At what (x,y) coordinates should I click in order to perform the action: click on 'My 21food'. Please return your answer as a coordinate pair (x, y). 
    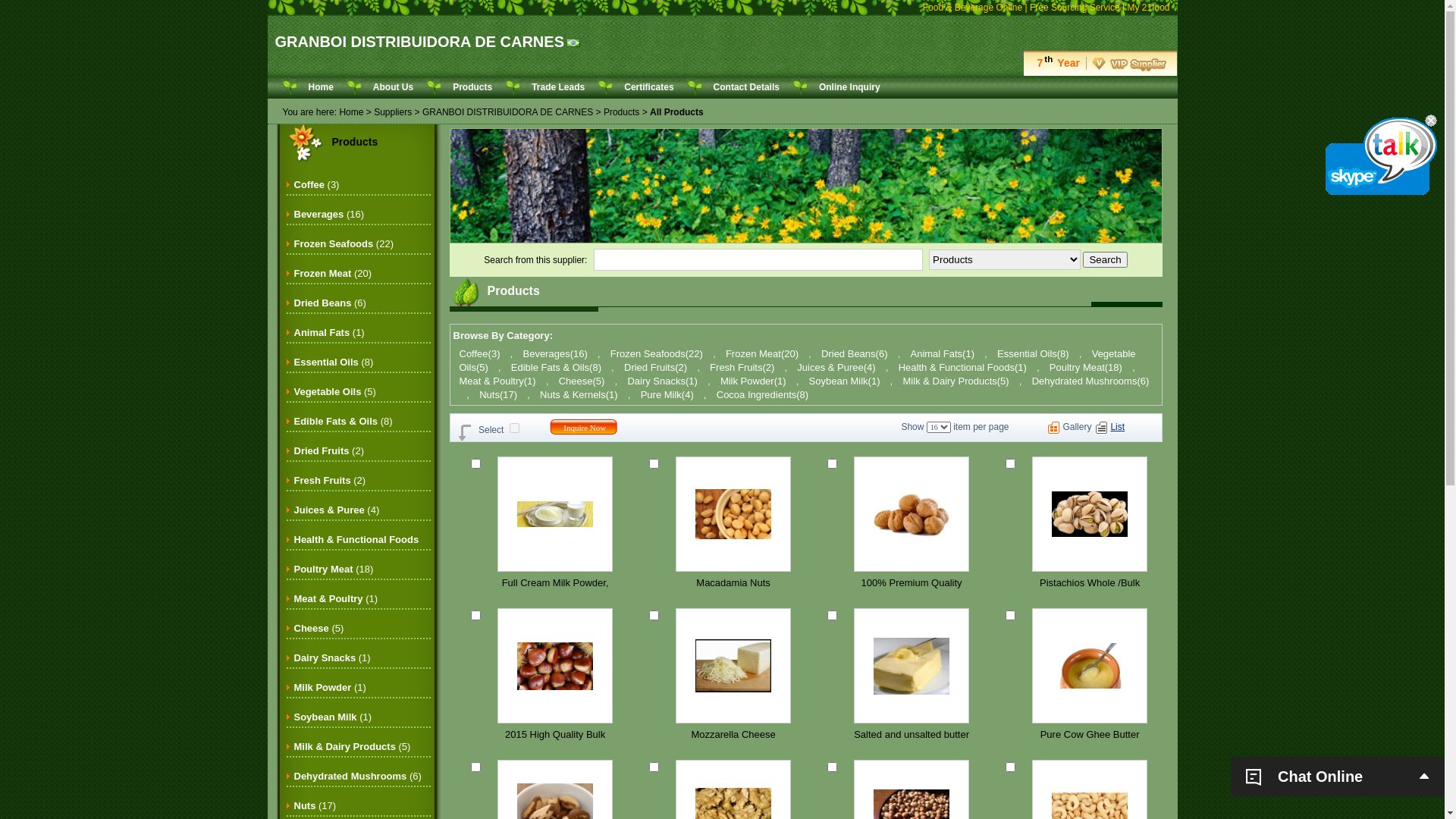
    Looking at the image, I should click on (1147, 8).